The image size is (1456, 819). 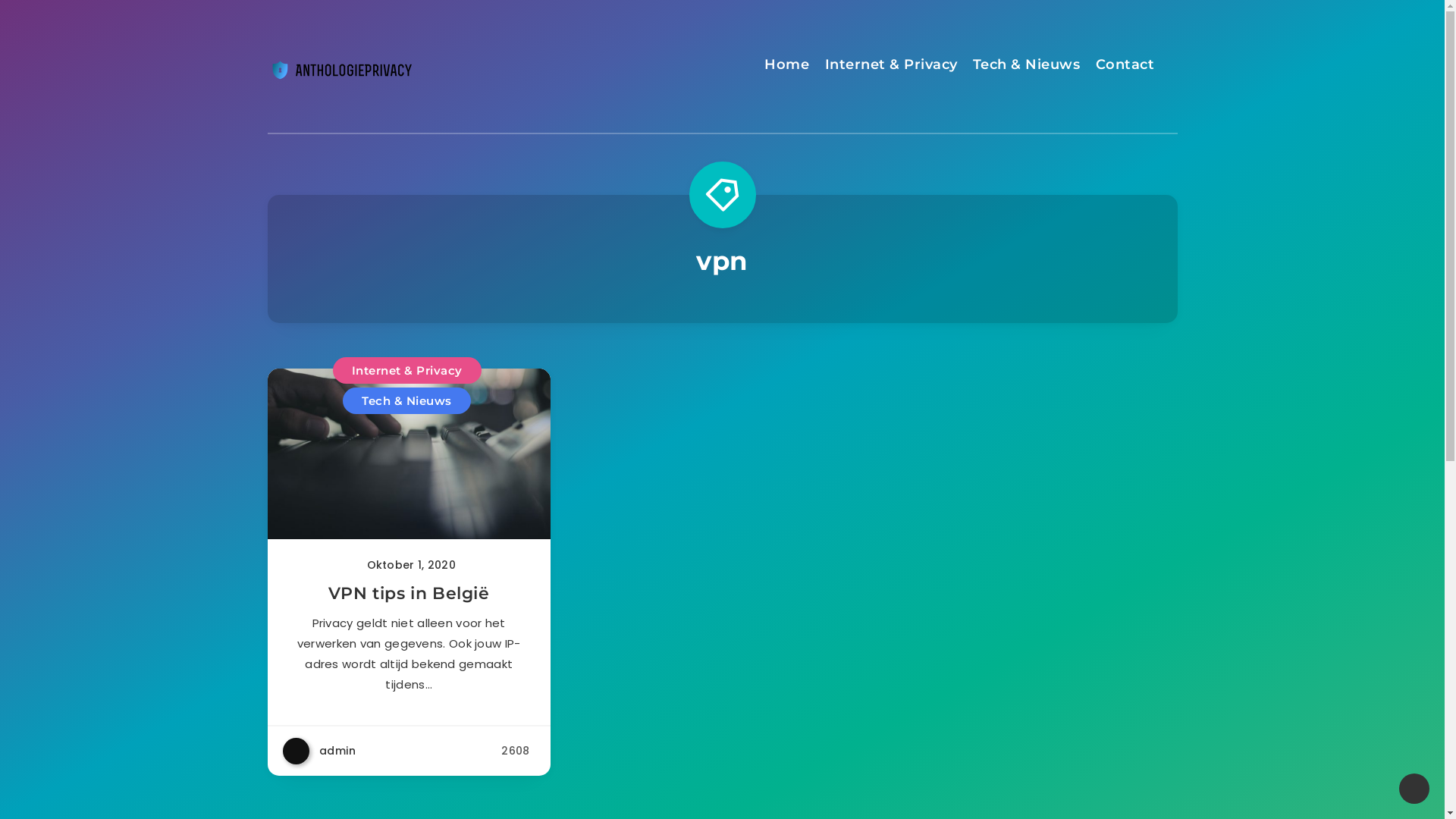 What do you see at coordinates (1026, 65) in the screenshot?
I see `'Tech & Nieuws'` at bounding box center [1026, 65].